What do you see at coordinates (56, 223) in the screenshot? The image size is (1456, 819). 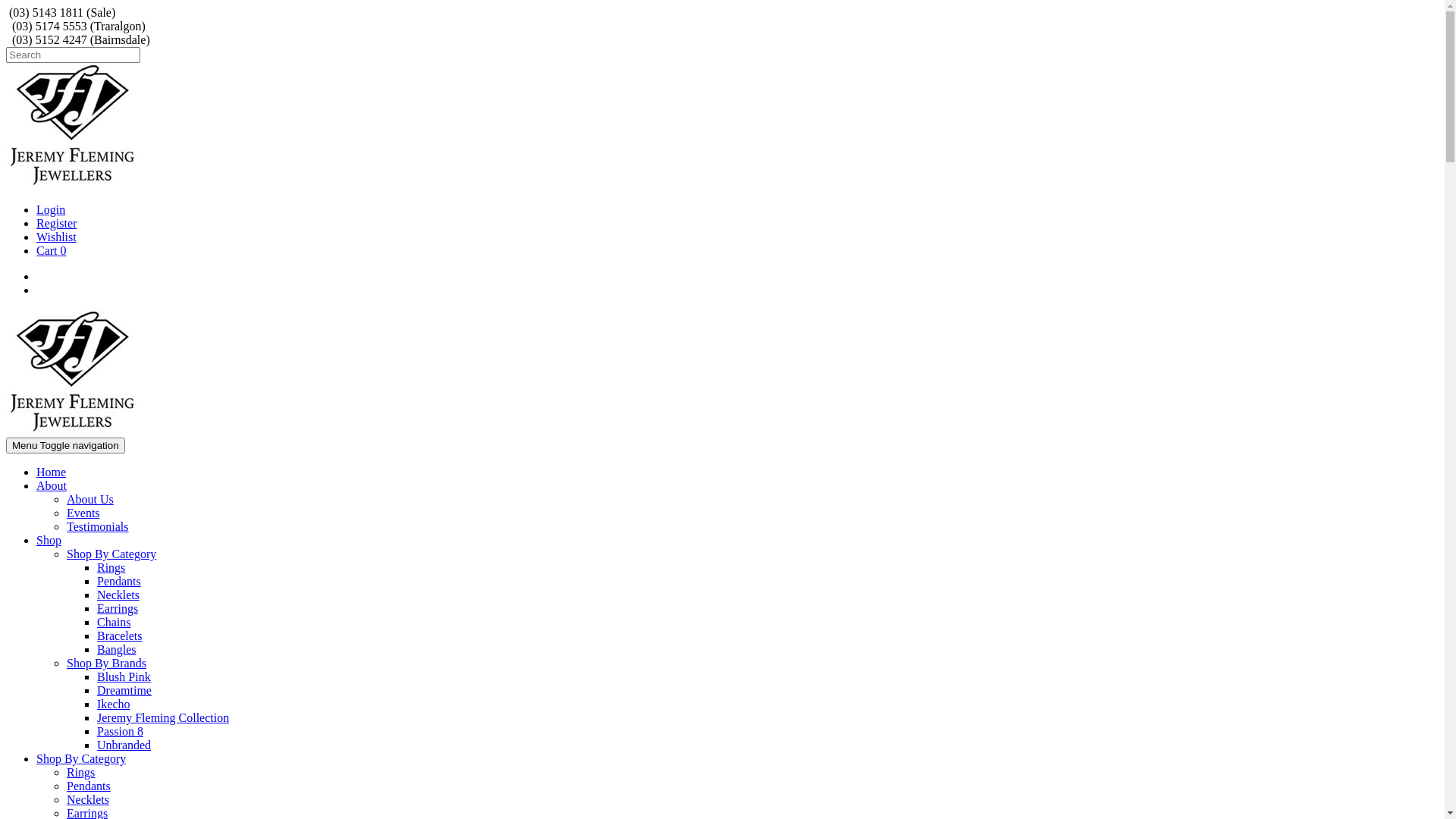 I see `'Register'` at bounding box center [56, 223].